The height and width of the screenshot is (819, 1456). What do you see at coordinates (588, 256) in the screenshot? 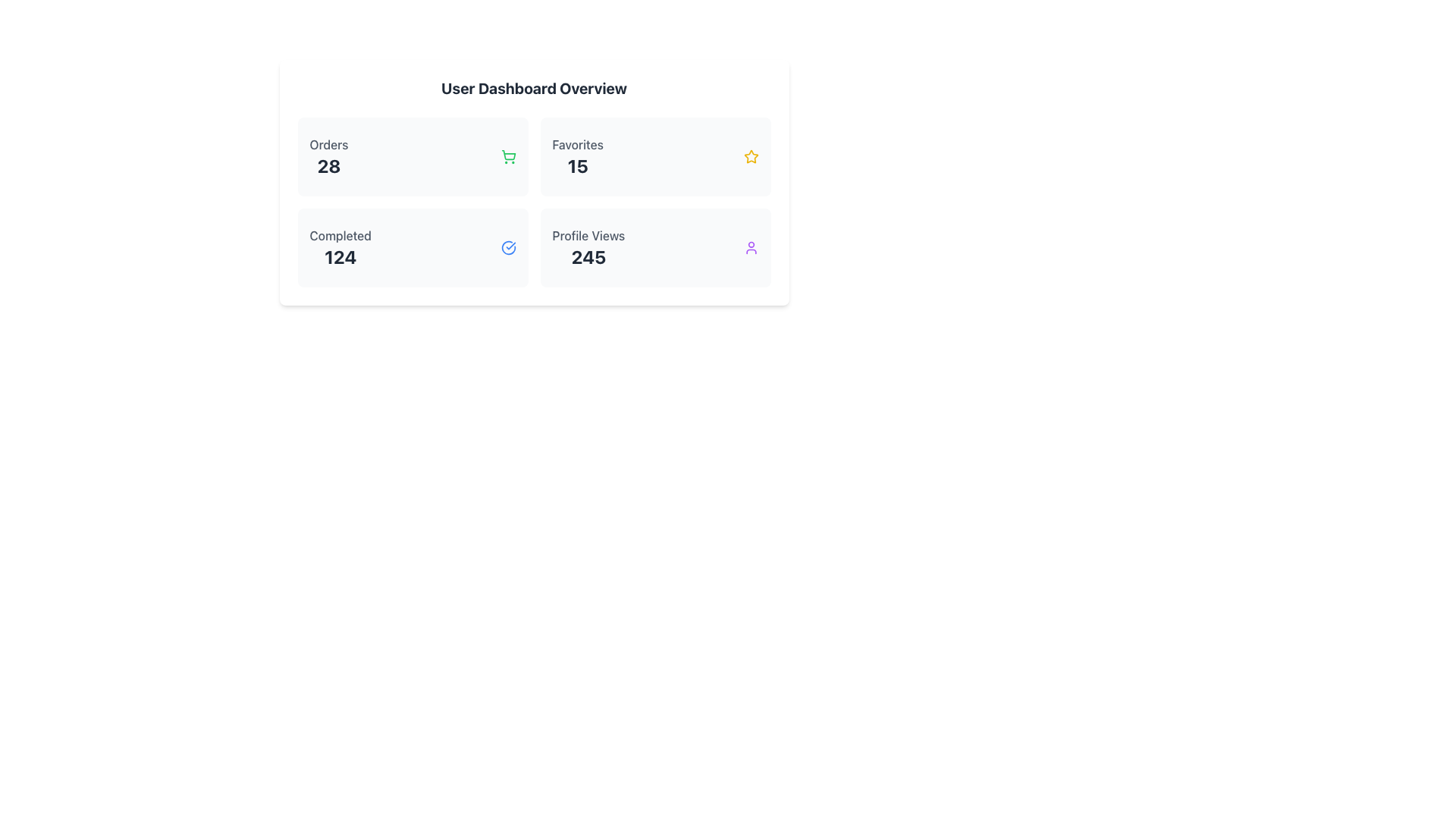
I see `the bold number '245' displayed in the 'Profile Views' card located in the bottom-right section of the dashboard` at bounding box center [588, 256].